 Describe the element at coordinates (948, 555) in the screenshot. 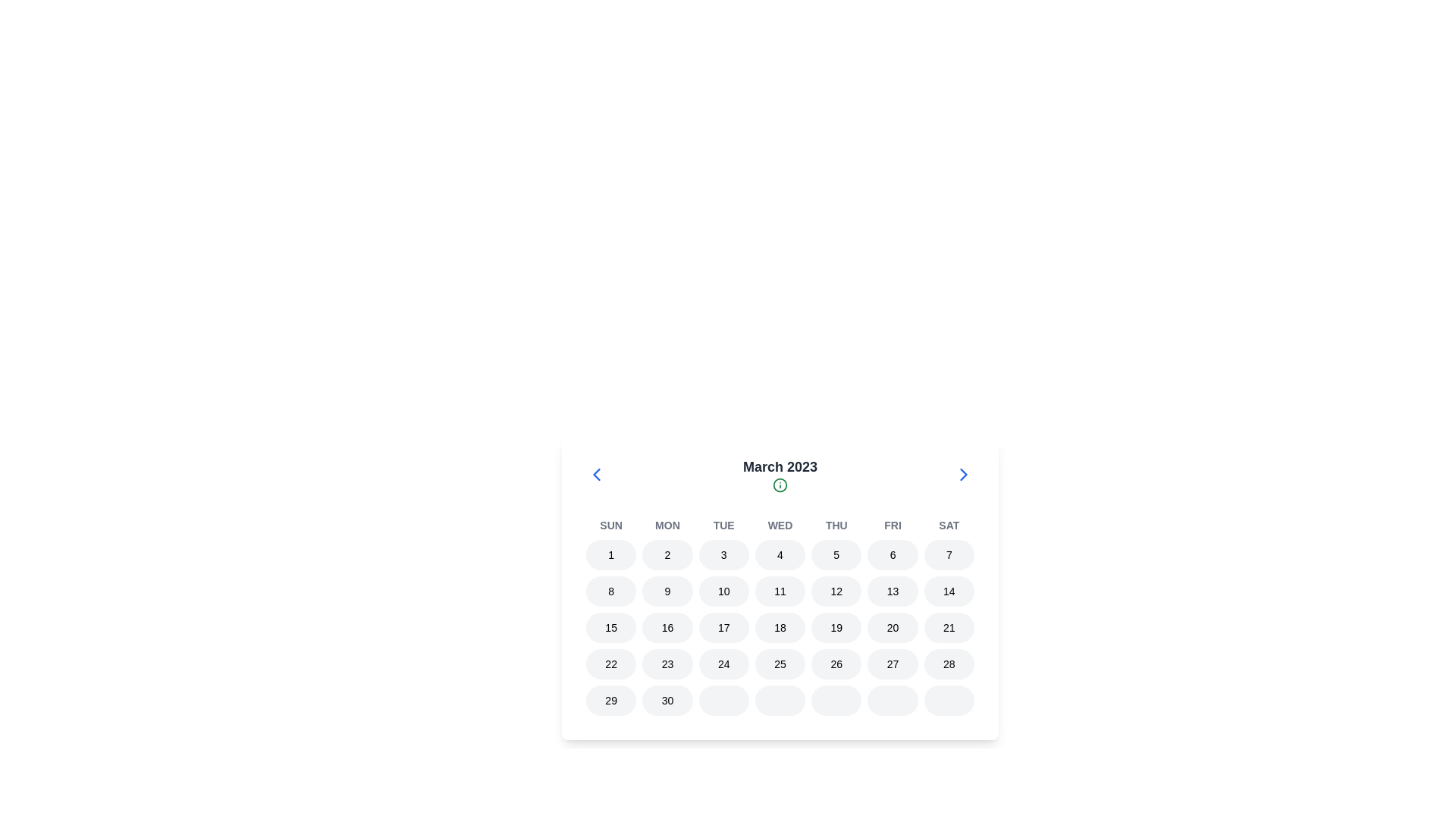

I see `the button representing the 7th selectable date in the calendar interface` at that location.